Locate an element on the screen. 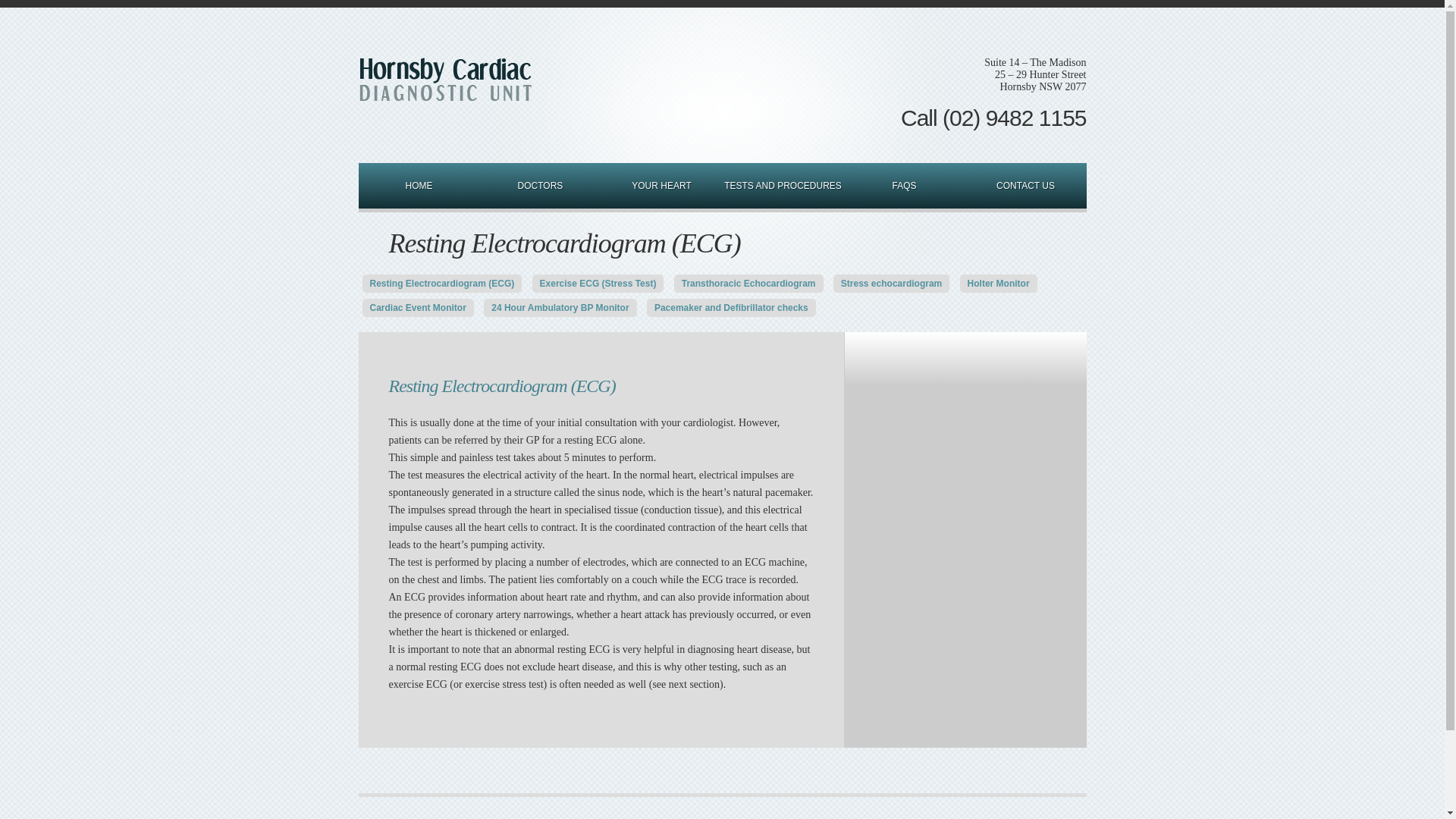 This screenshot has height=819, width=1456. 'Transthoracic Echocardiogram' is located at coordinates (748, 284).